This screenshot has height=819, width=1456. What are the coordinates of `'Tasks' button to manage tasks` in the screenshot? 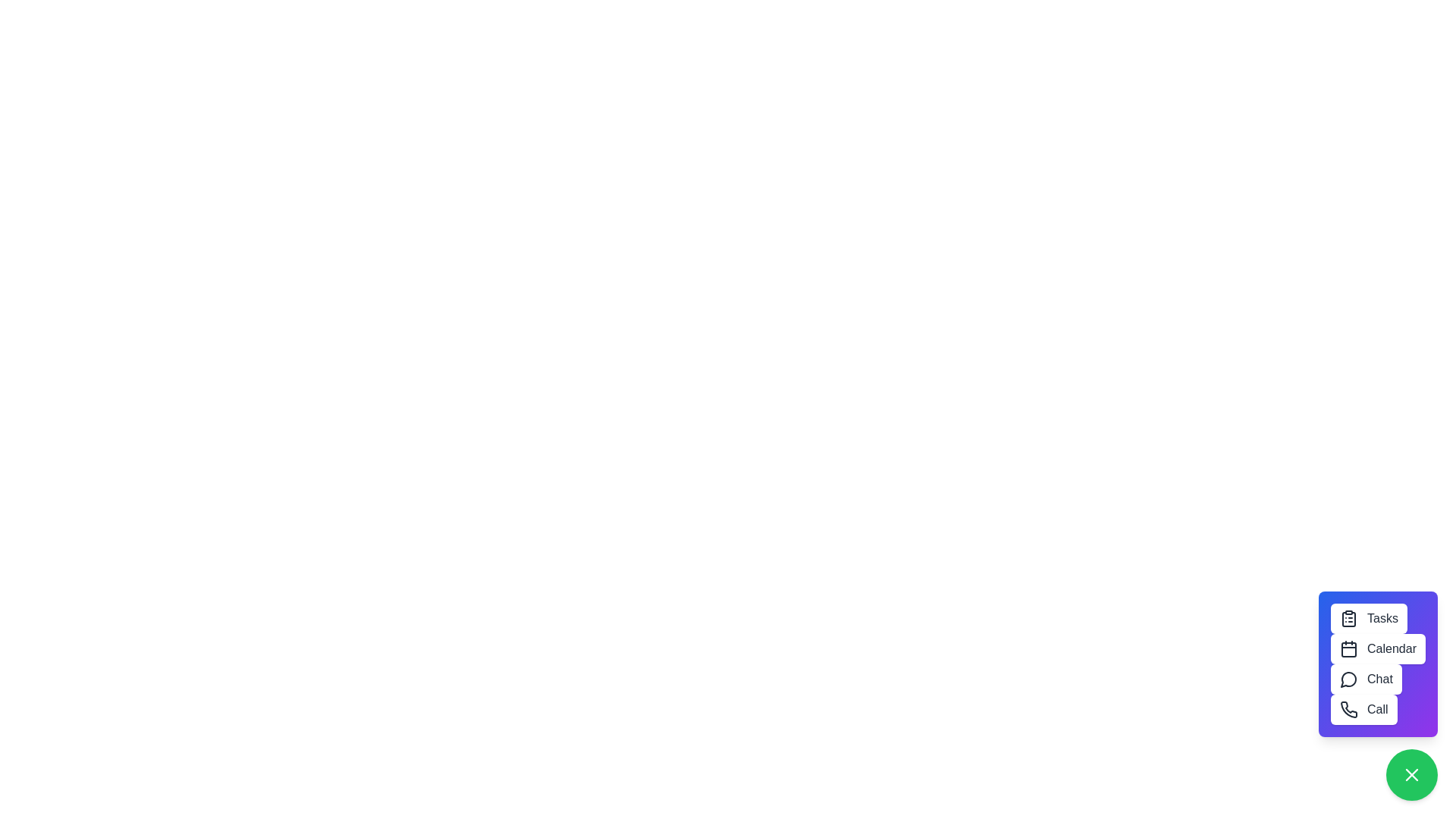 It's located at (1369, 619).